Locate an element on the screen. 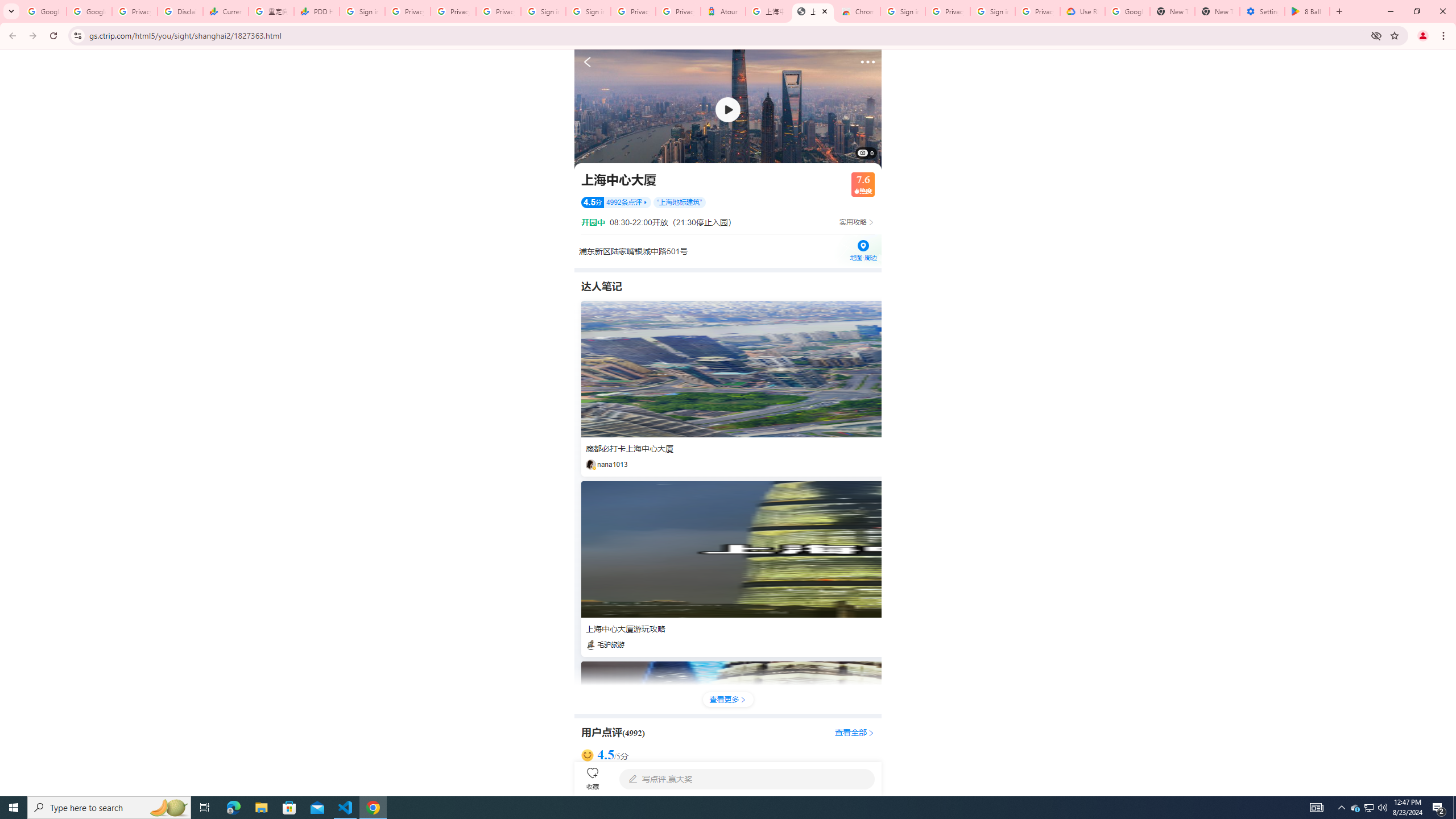 Image resolution: width=1456 pixels, height=819 pixels. 'To get missing image descriptions, open the context menu.' is located at coordinates (728, 109).